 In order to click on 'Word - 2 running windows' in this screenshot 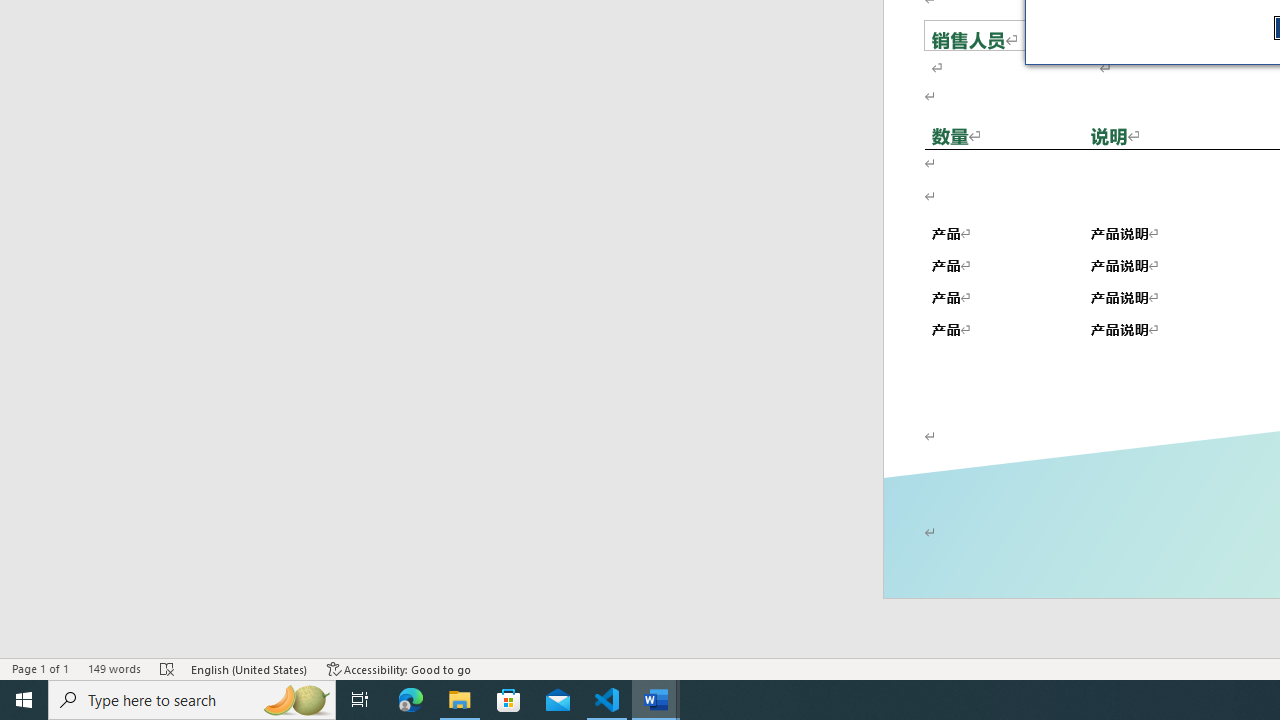, I will do `click(656, 698)`.